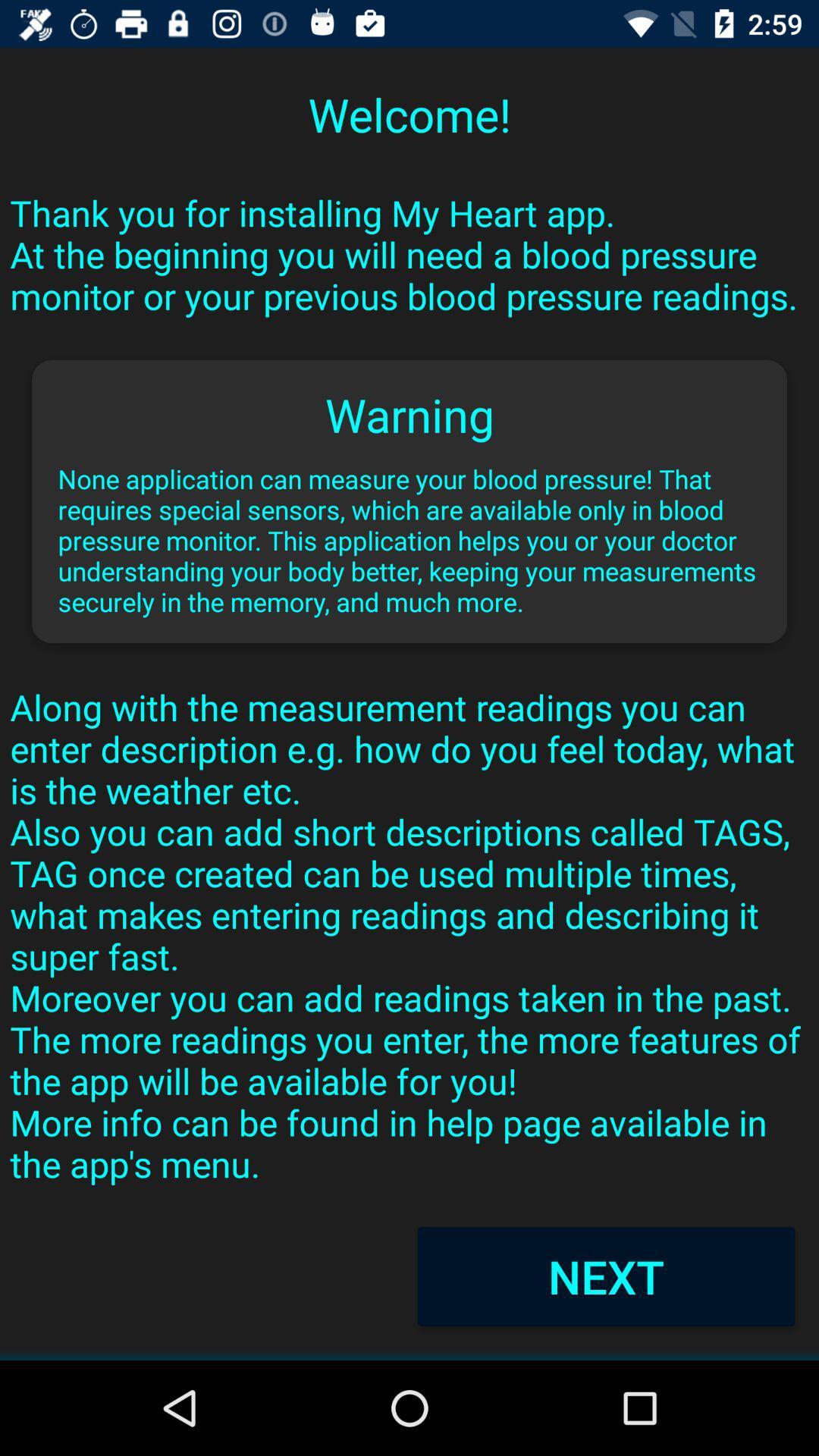 The height and width of the screenshot is (1456, 819). What do you see at coordinates (605, 1276) in the screenshot?
I see `next item` at bounding box center [605, 1276].